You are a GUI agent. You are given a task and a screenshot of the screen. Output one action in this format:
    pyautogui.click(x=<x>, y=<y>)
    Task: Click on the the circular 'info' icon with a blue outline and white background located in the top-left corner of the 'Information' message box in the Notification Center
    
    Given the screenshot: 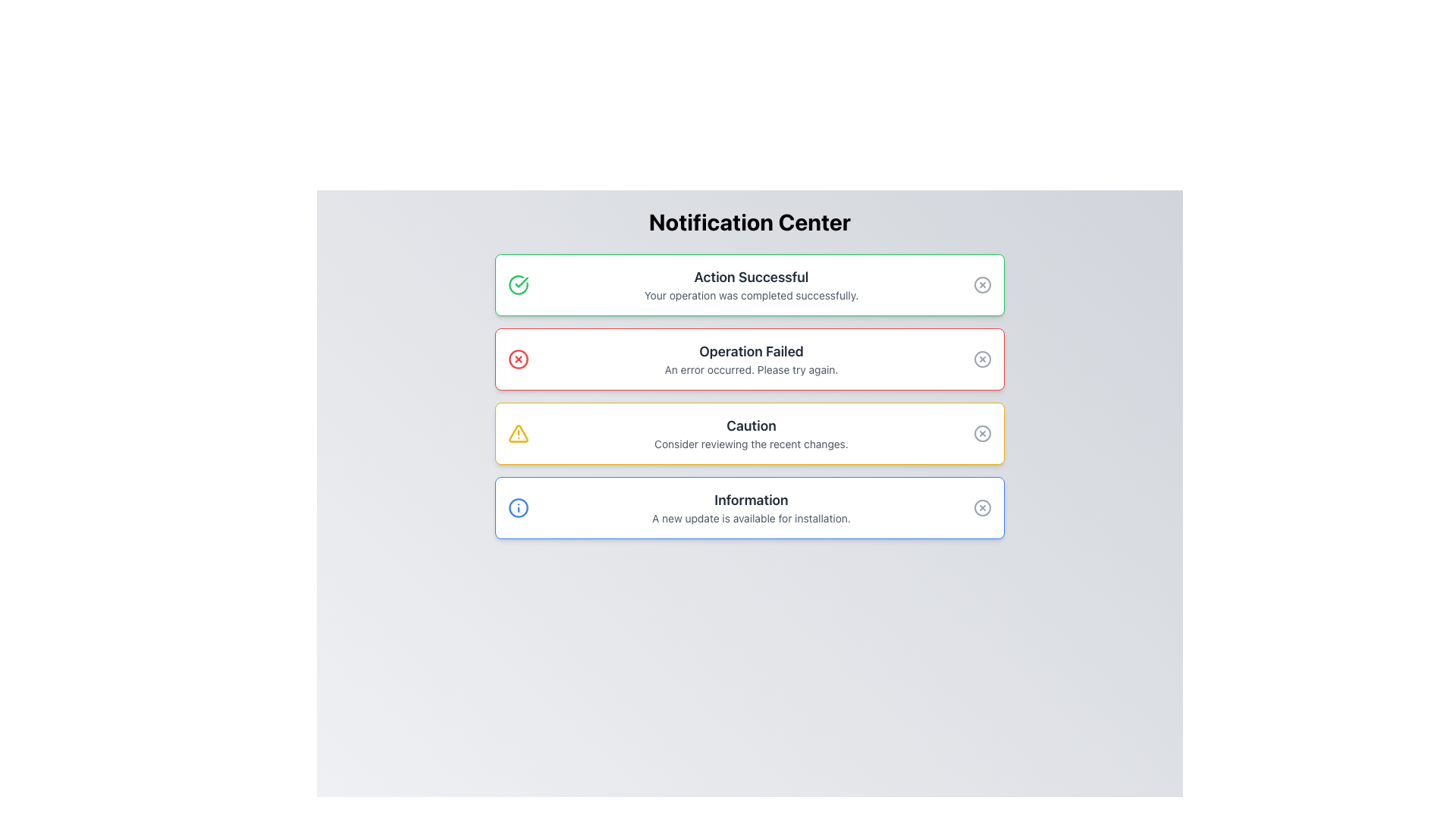 What is the action you would take?
    pyautogui.click(x=519, y=508)
    